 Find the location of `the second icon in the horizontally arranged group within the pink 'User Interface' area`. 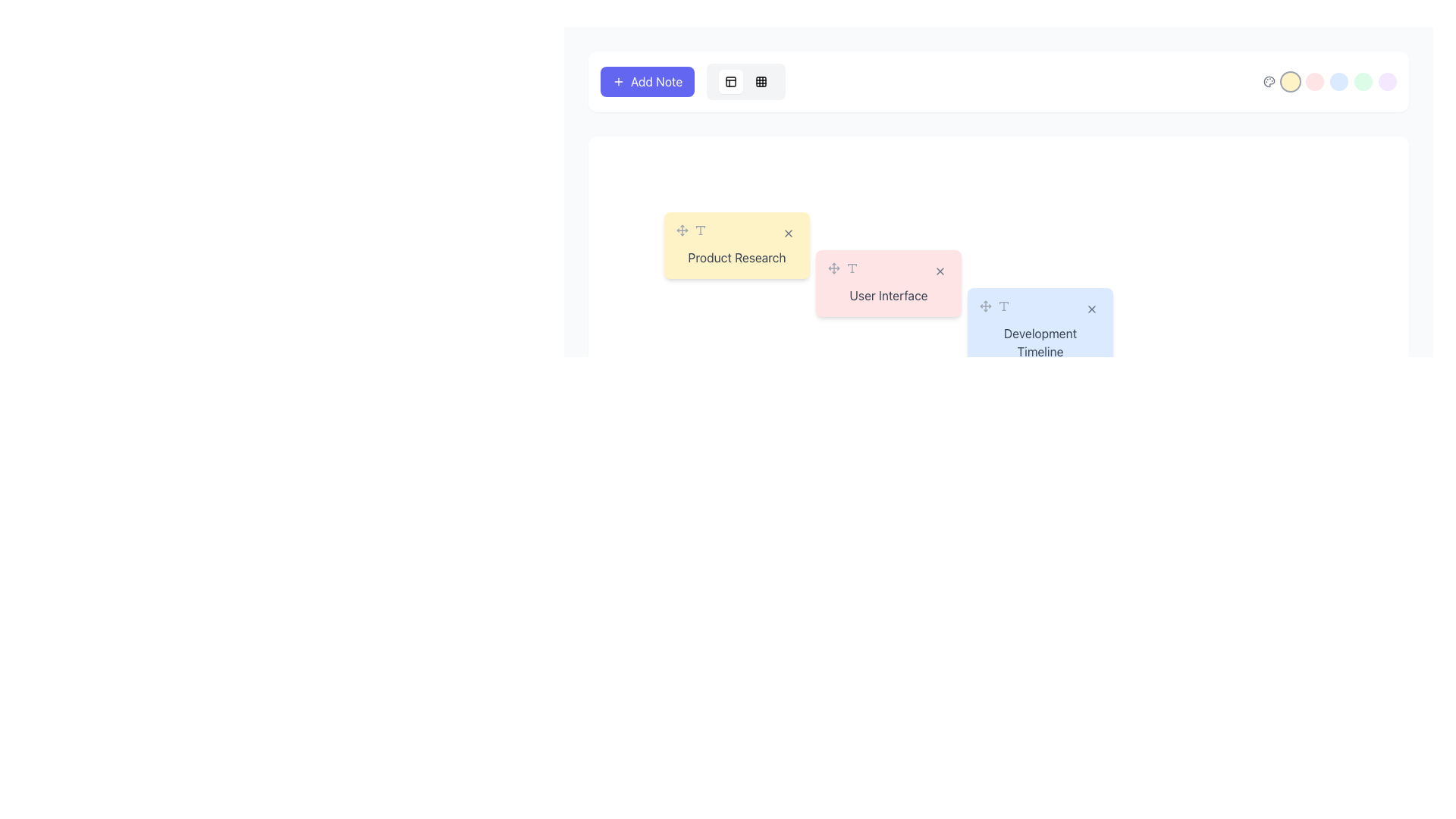

the second icon in the horizontally arranged group within the pink 'User Interface' area is located at coordinates (852, 268).